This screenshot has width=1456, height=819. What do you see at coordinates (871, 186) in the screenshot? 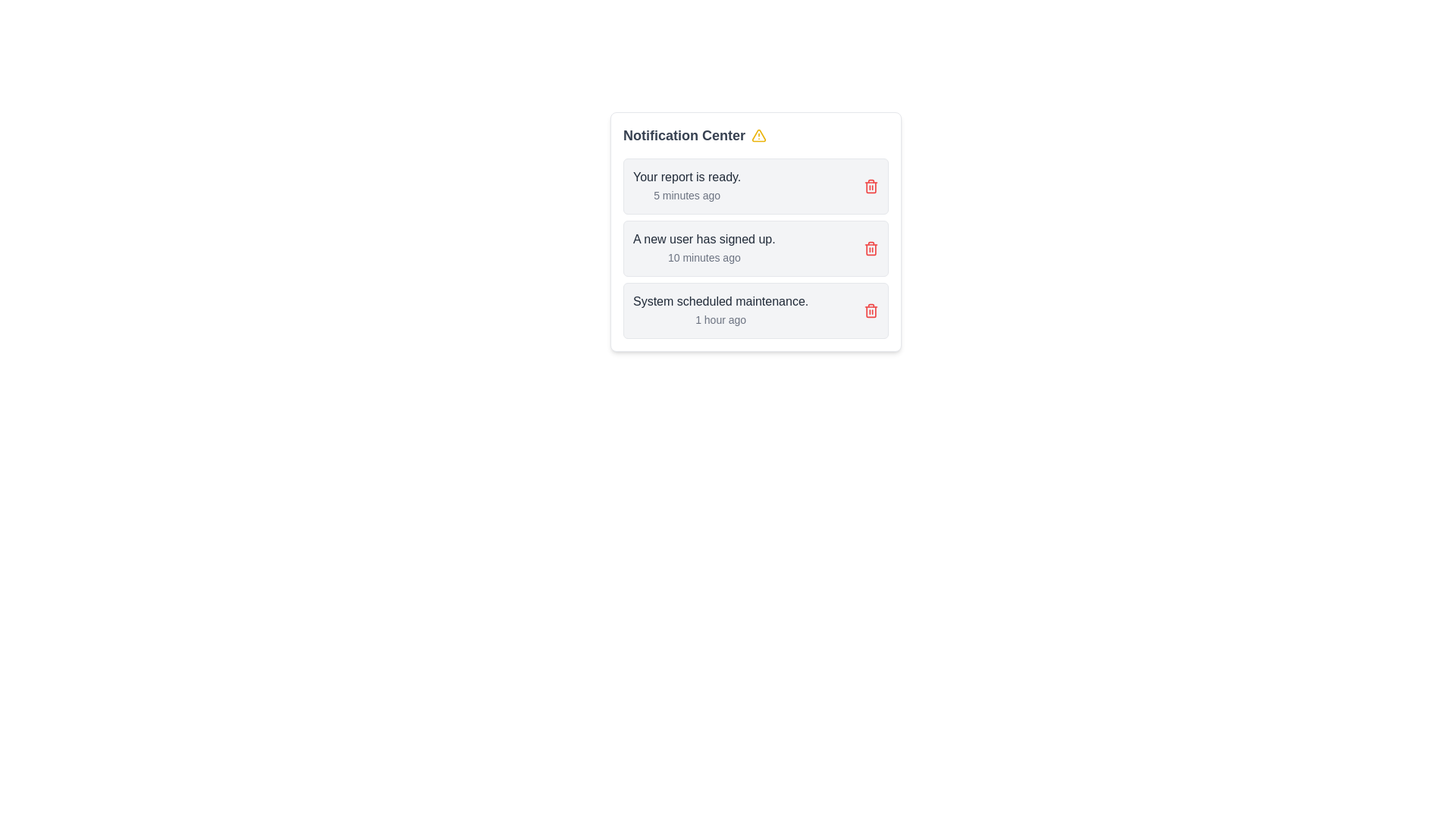
I see `the red trash can icon button located in the topmost notification entry` at bounding box center [871, 186].